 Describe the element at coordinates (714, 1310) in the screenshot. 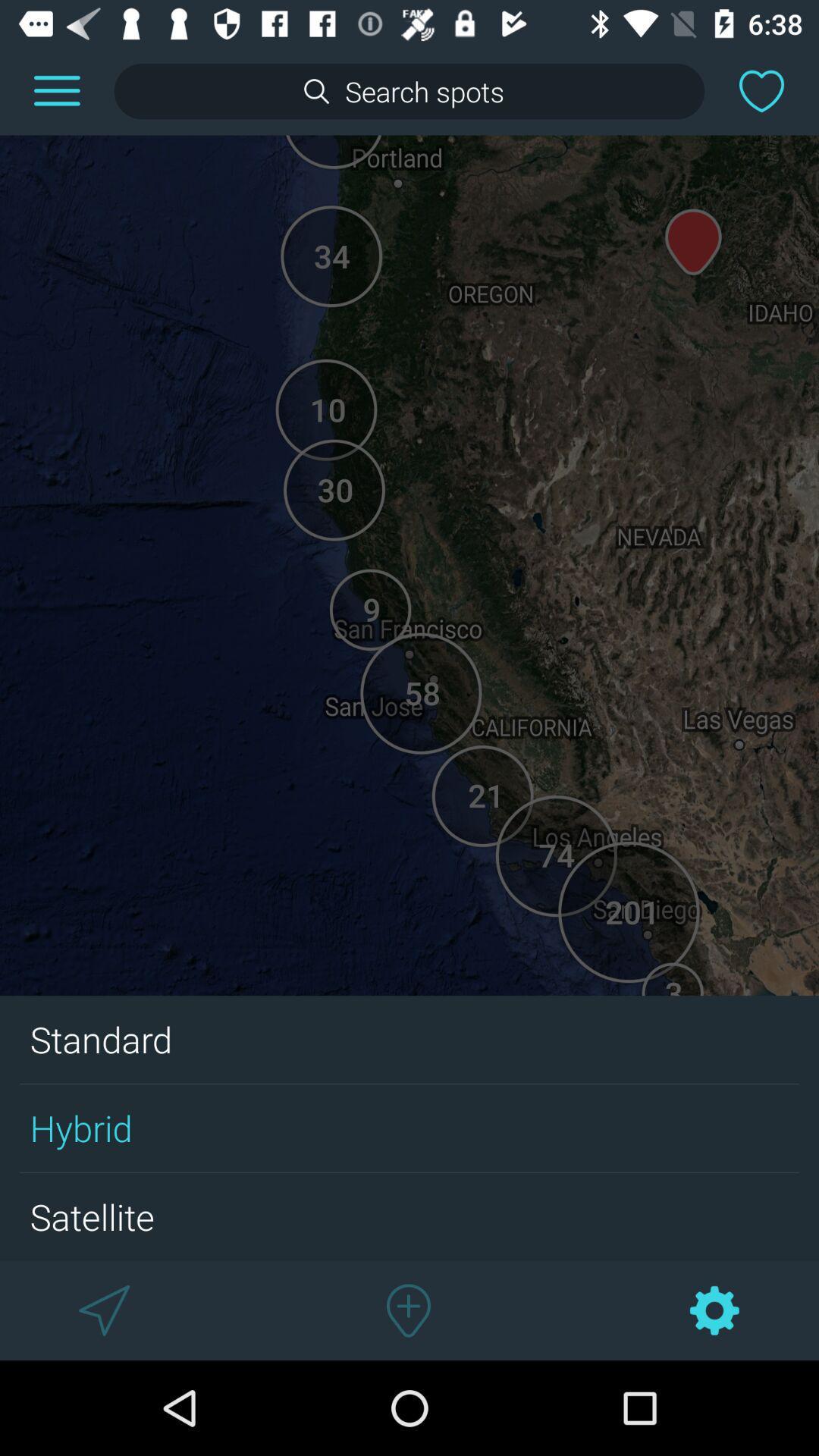

I see `the settings icon` at that location.